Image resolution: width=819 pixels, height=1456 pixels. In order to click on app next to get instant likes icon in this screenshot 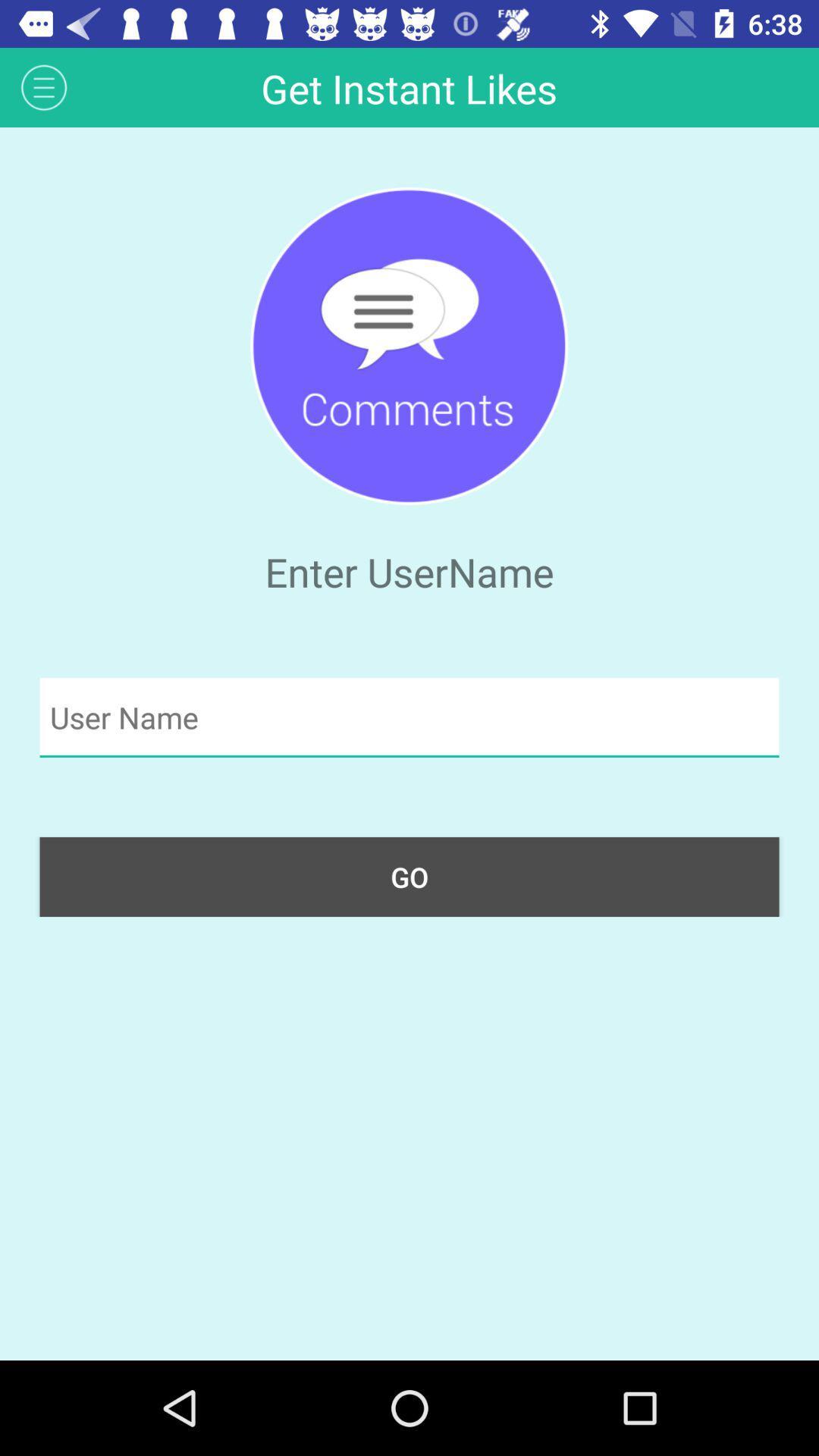, I will do `click(43, 86)`.